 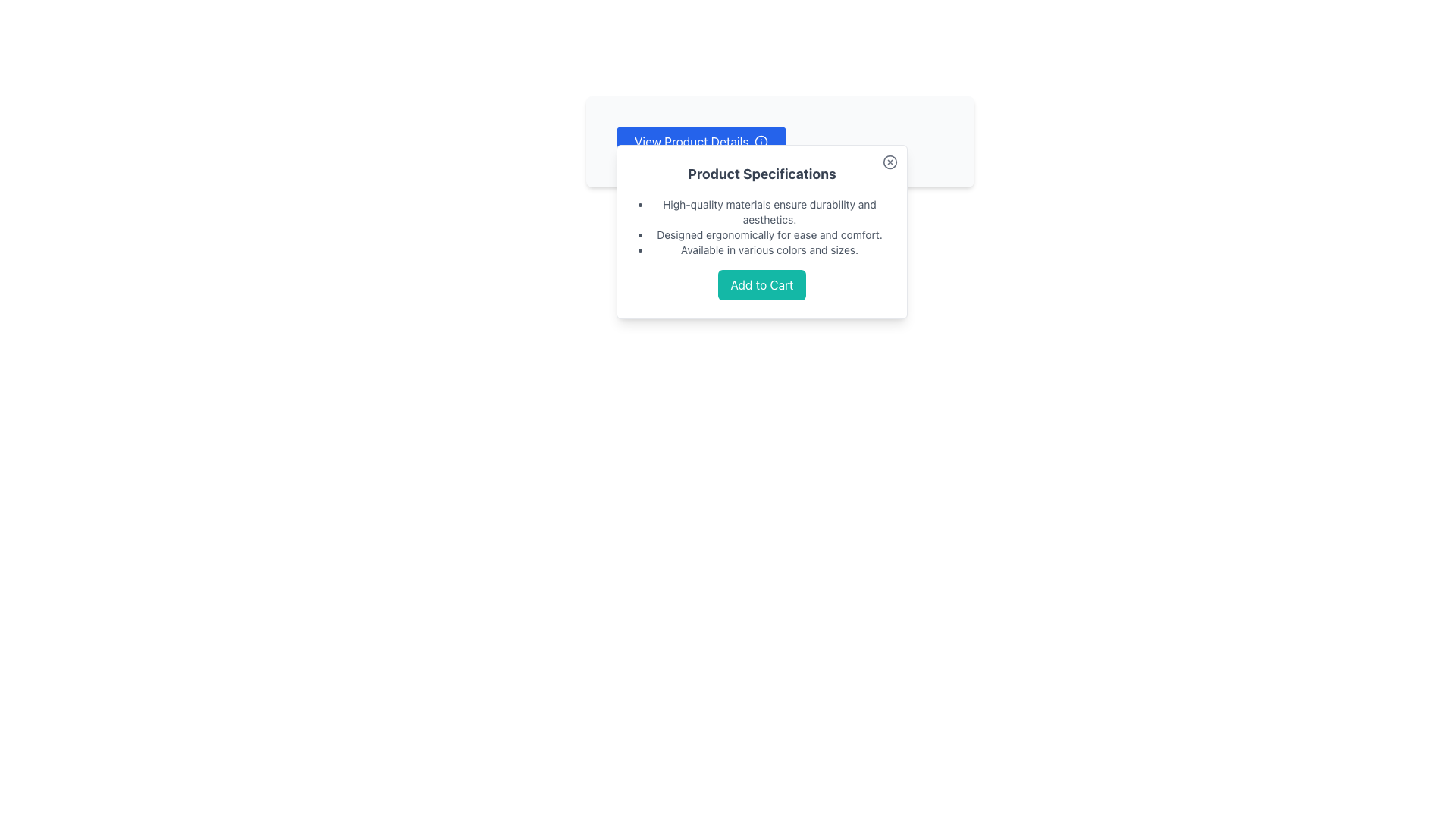 I want to click on the informational indicator icon located on the right side of the 'View Product Details' button, so click(x=761, y=141).